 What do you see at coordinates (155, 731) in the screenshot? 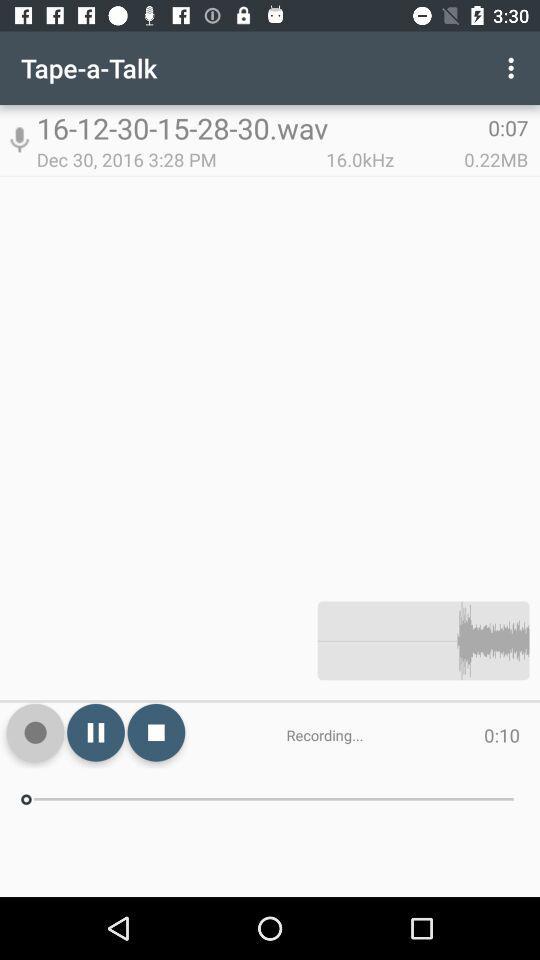
I see `item to the left of the recording... item` at bounding box center [155, 731].